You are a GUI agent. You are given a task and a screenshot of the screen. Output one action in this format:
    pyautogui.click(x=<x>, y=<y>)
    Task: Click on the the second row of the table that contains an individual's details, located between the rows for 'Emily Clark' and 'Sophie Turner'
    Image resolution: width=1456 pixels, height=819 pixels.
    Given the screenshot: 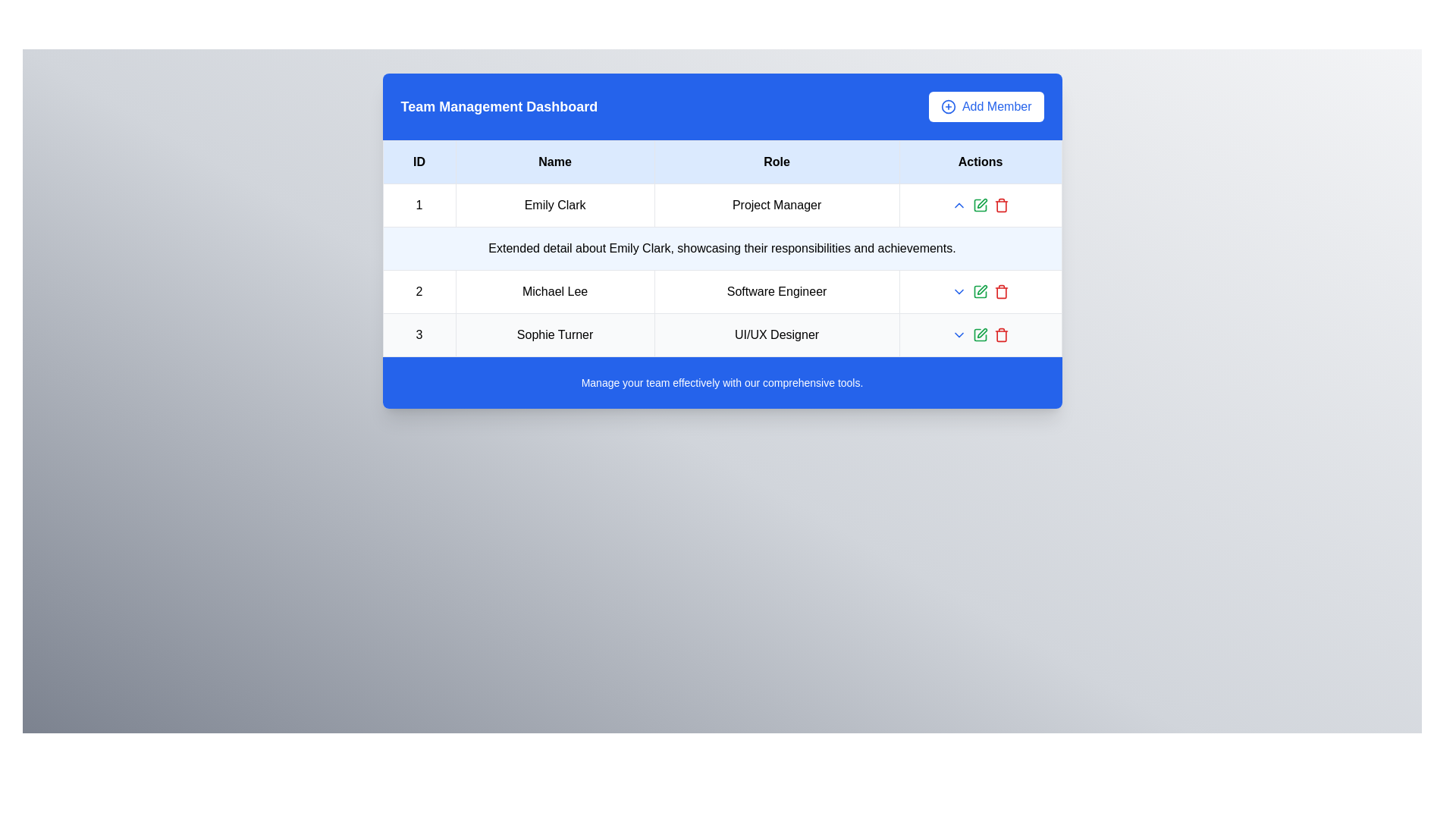 What is the action you would take?
    pyautogui.click(x=721, y=292)
    